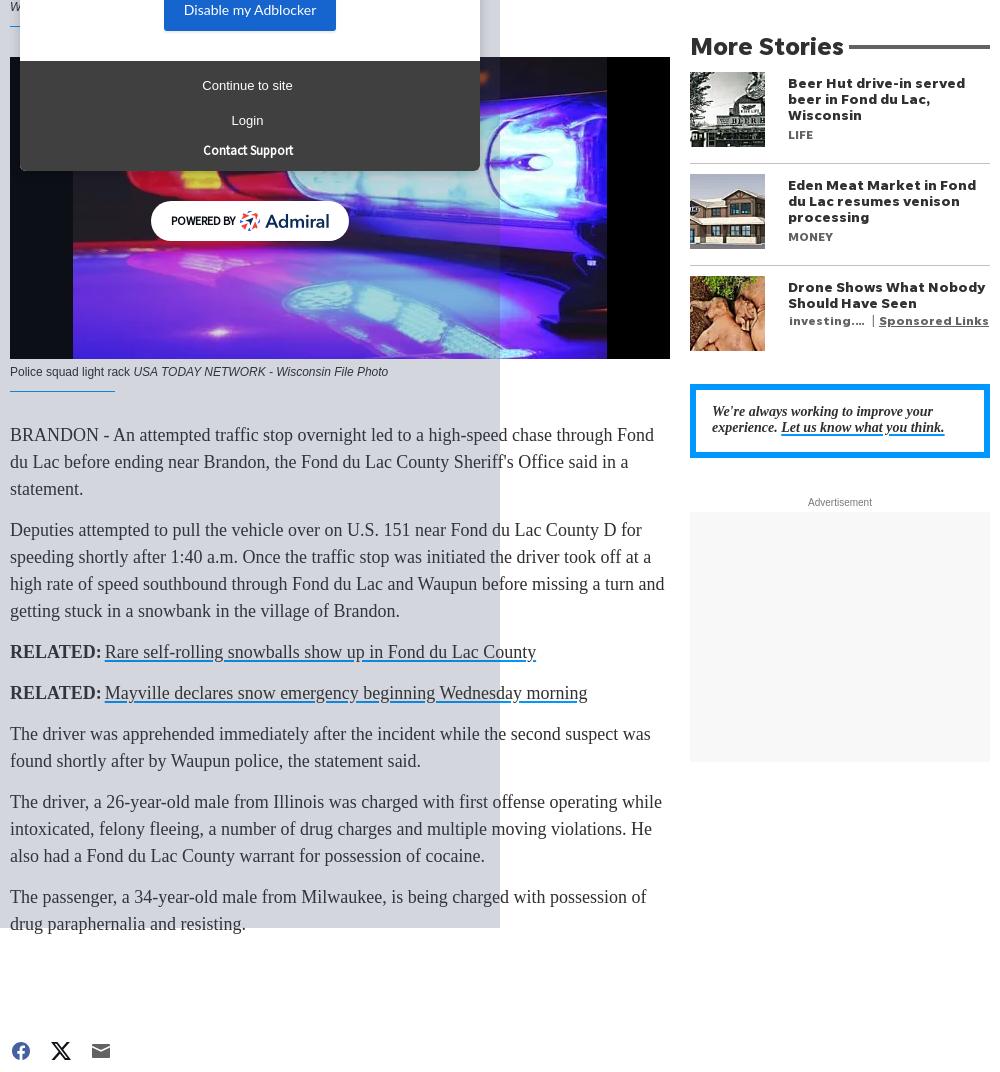 Image resolution: width=1000 pixels, height=1072 pixels. Describe the element at coordinates (344, 692) in the screenshot. I see `'Mayville declares snow emergency beginning Wednesday morning'` at that location.